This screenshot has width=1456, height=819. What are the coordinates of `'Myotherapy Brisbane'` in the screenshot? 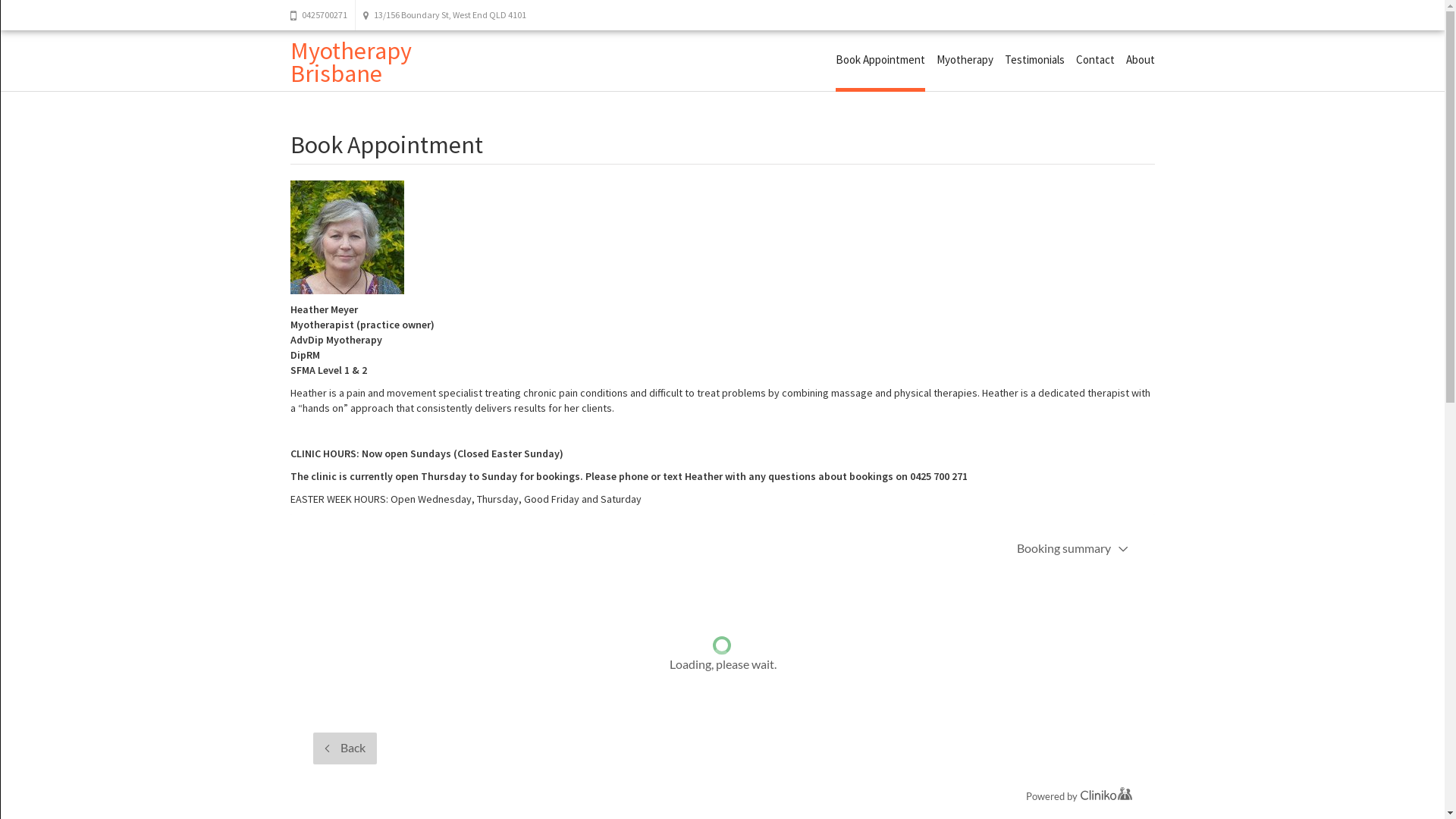 It's located at (349, 61).